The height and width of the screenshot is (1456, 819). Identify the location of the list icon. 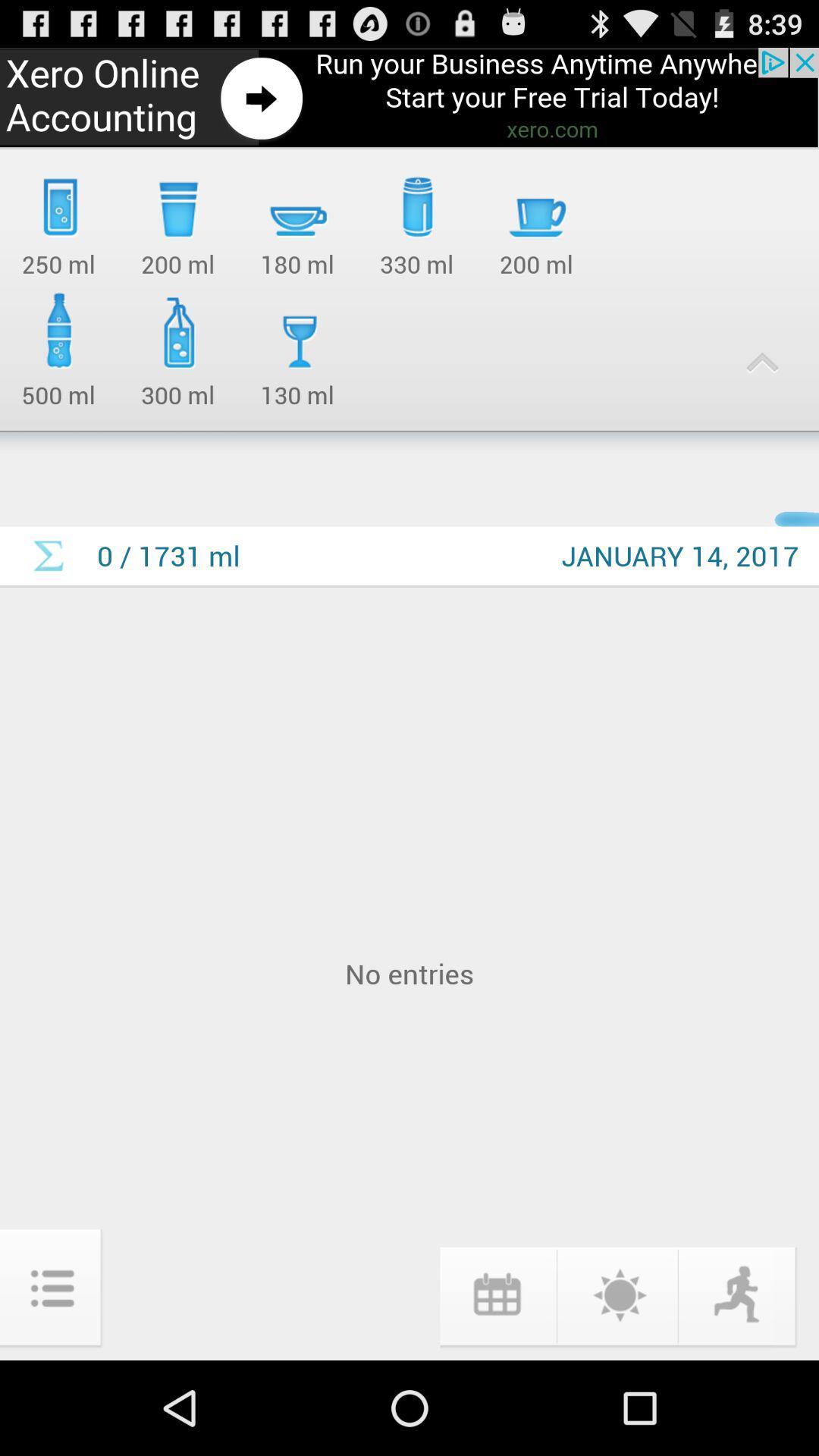
(52, 1380).